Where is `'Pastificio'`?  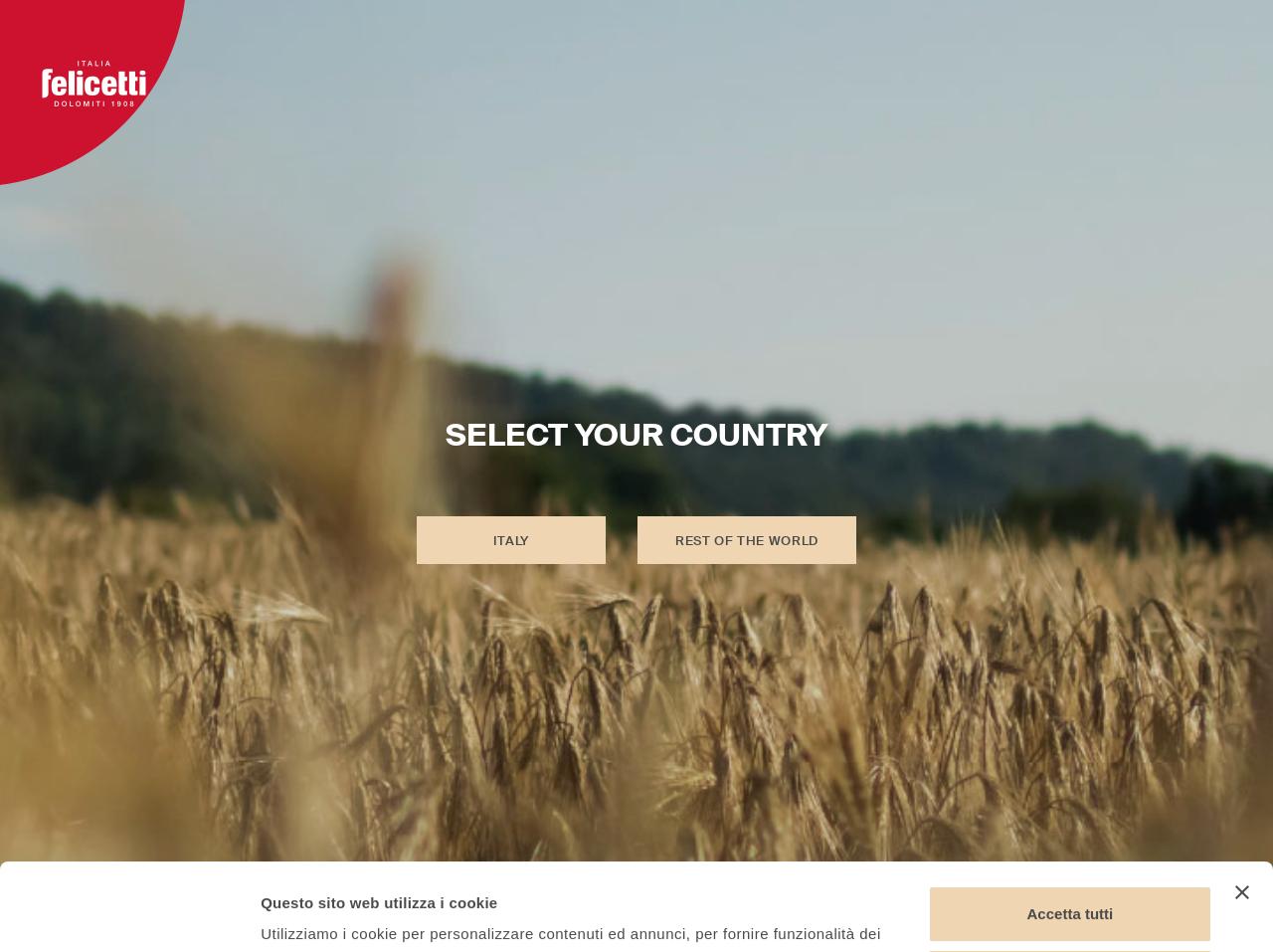
'Pastificio' is located at coordinates (528, 47).